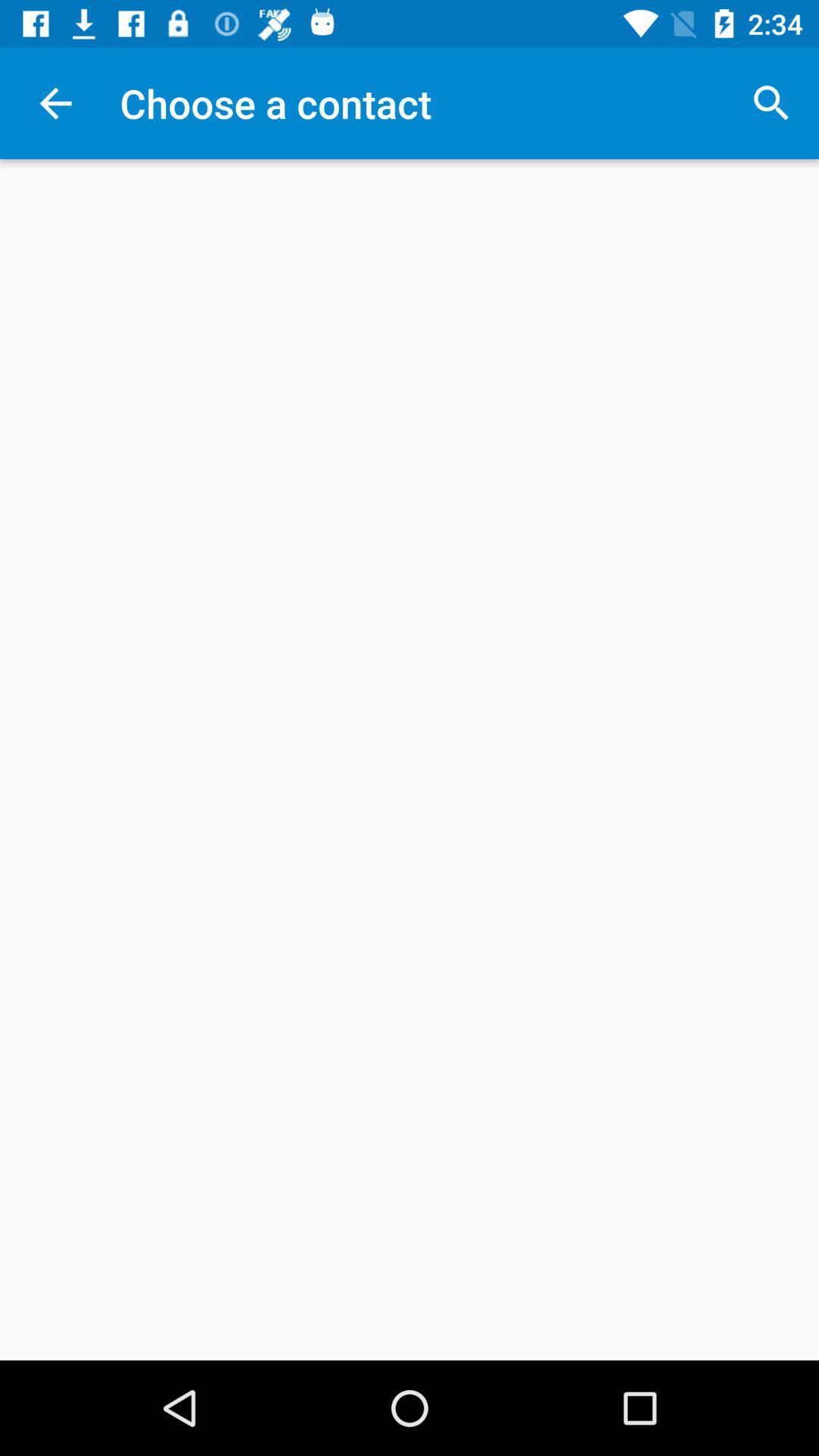  What do you see at coordinates (771, 102) in the screenshot?
I see `icon to the right of choose a contact app` at bounding box center [771, 102].